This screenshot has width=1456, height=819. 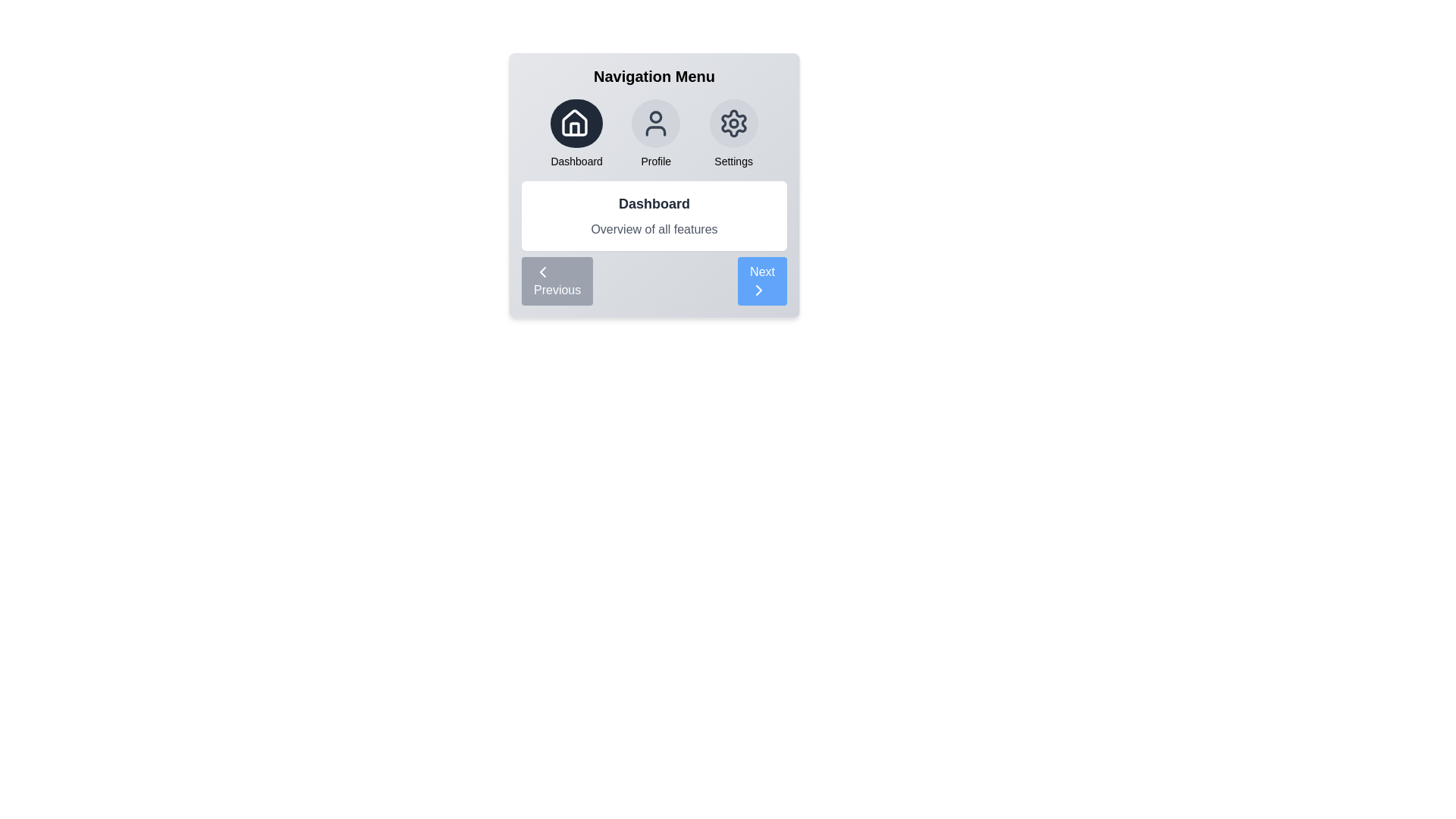 I want to click on the text in the description box below the menu items, so click(x=654, y=216).